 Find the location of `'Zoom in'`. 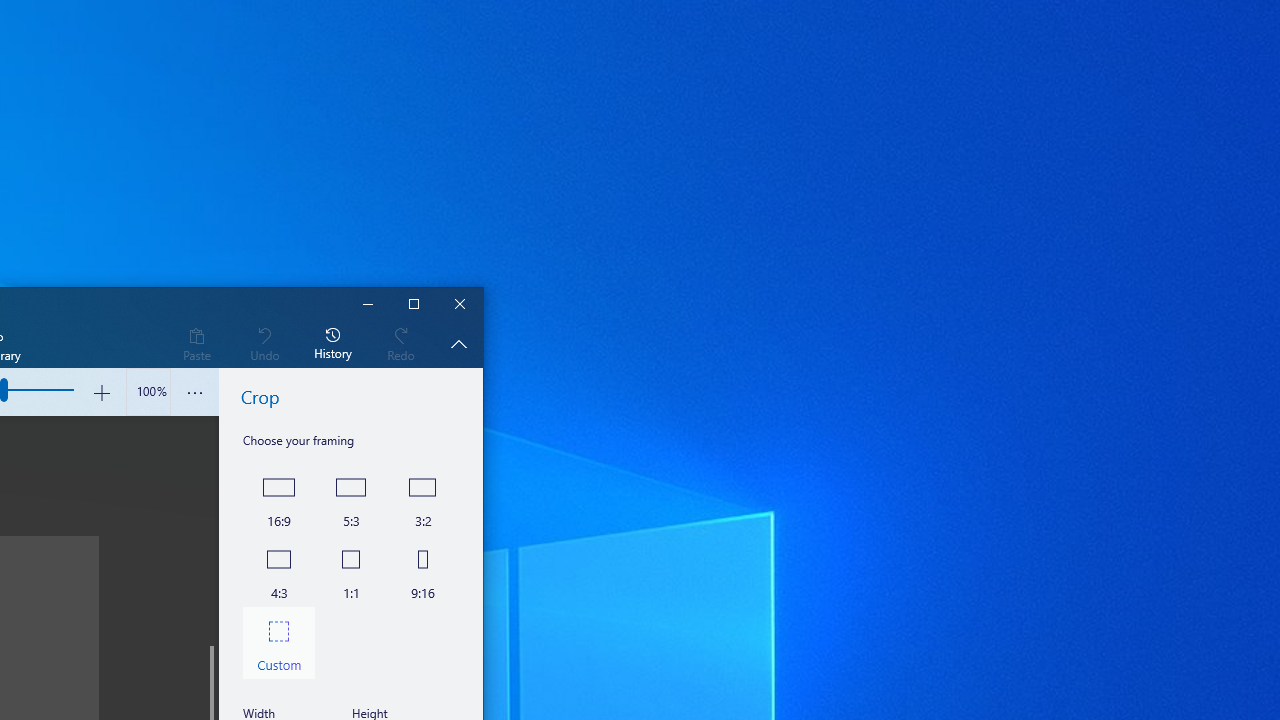

'Zoom in' is located at coordinates (100, 392).